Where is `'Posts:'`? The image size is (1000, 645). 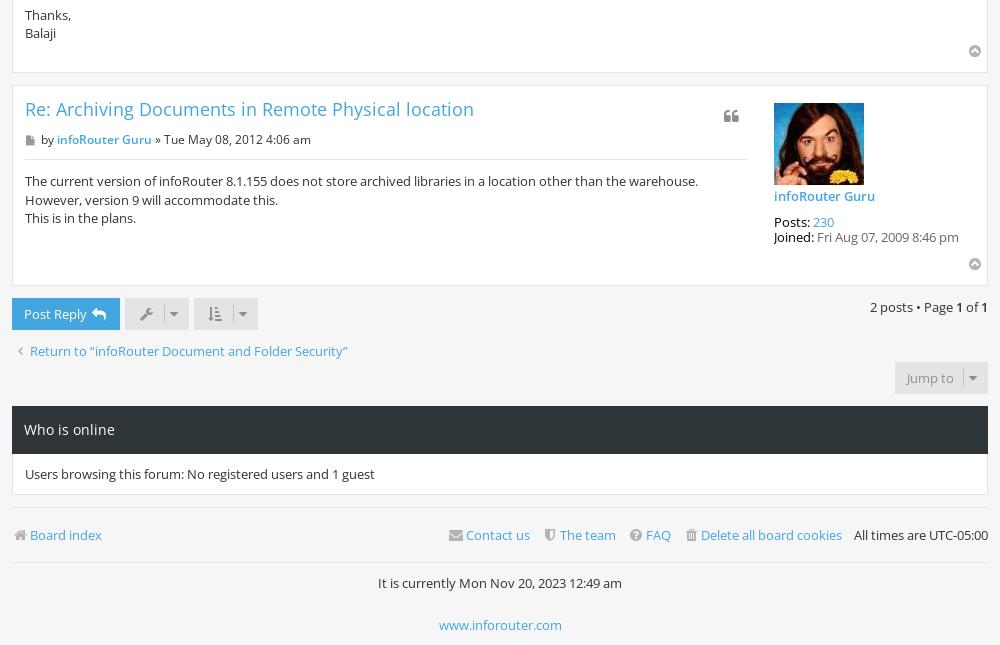 'Posts:' is located at coordinates (774, 219).